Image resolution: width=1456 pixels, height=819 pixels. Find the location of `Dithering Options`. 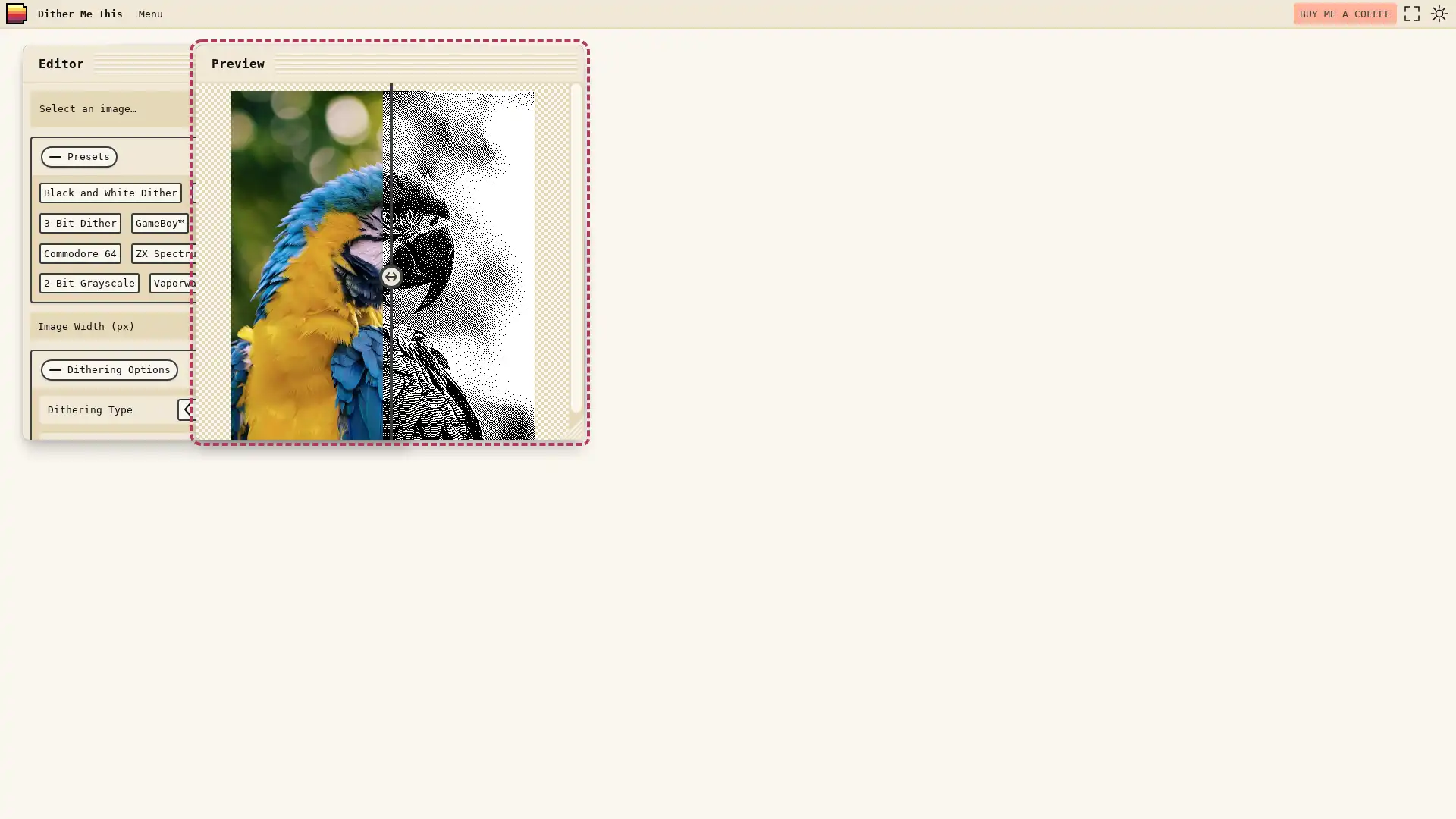

Dithering Options is located at coordinates (108, 369).